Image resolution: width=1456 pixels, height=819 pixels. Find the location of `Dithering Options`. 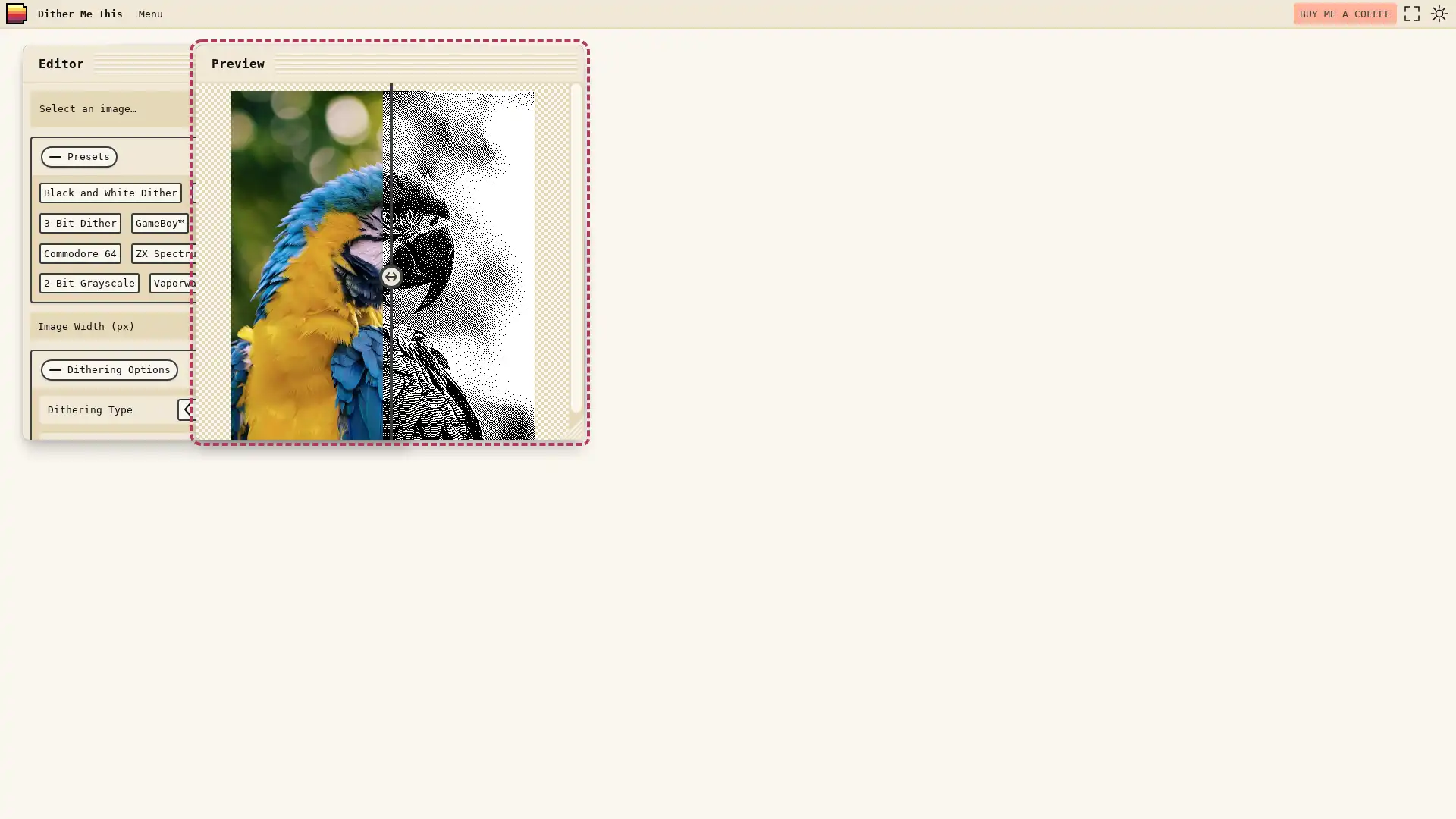

Dithering Options is located at coordinates (108, 369).